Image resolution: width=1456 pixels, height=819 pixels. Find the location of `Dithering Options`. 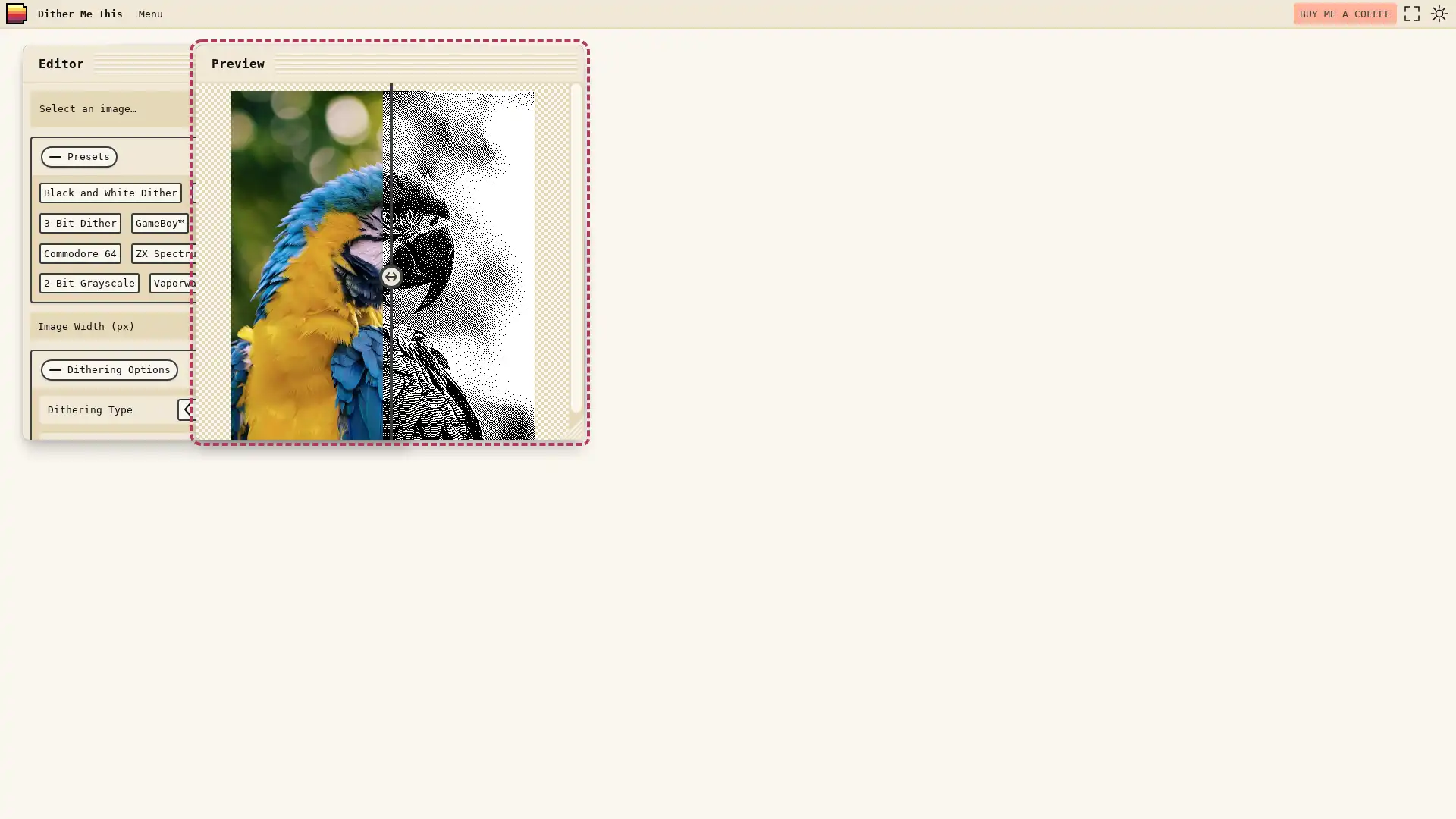

Dithering Options is located at coordinates (108, 369).